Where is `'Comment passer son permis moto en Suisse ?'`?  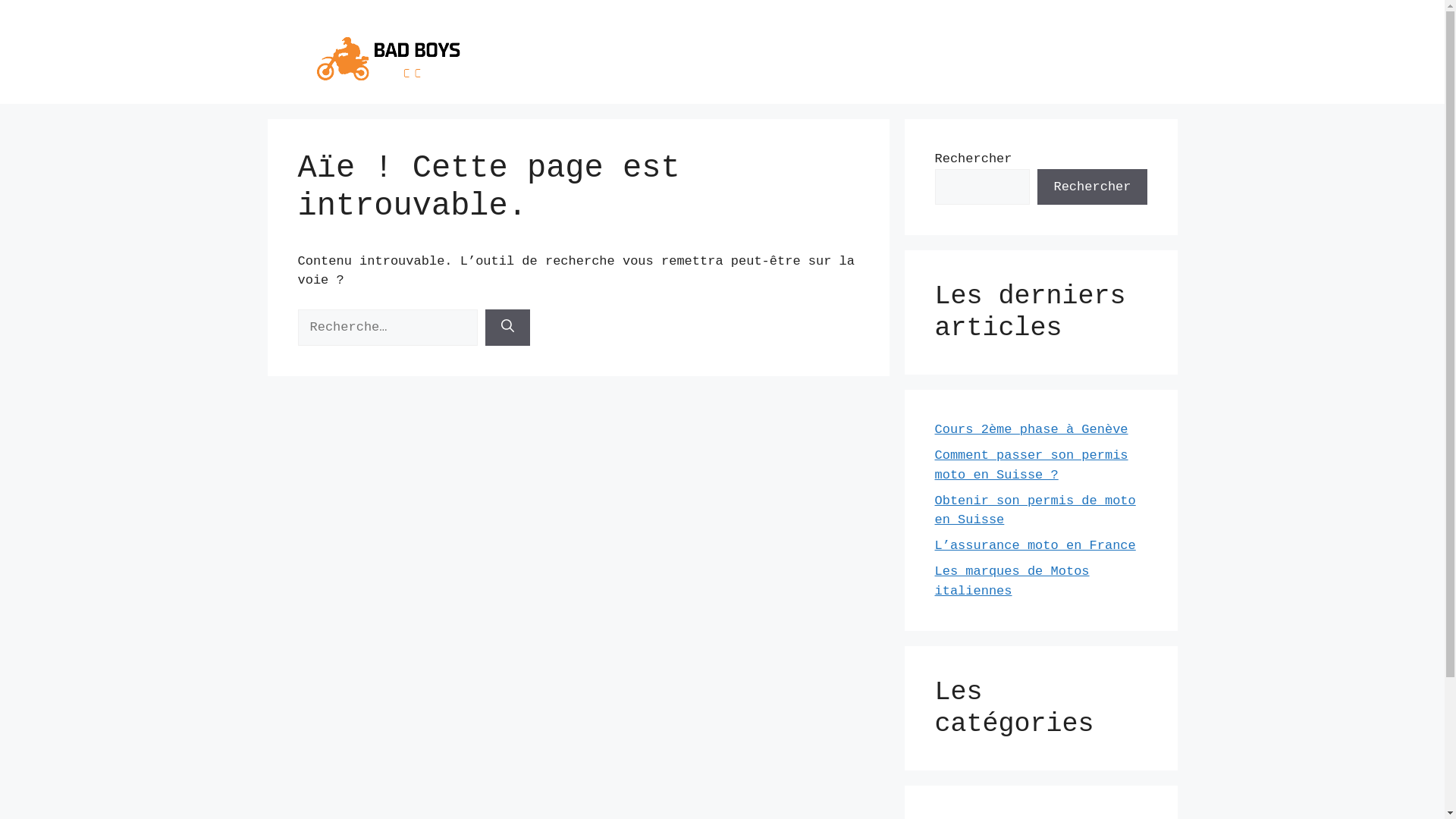
'Comment passer son permis moto en Suisse ?' is located at coordinates (1031, 464).